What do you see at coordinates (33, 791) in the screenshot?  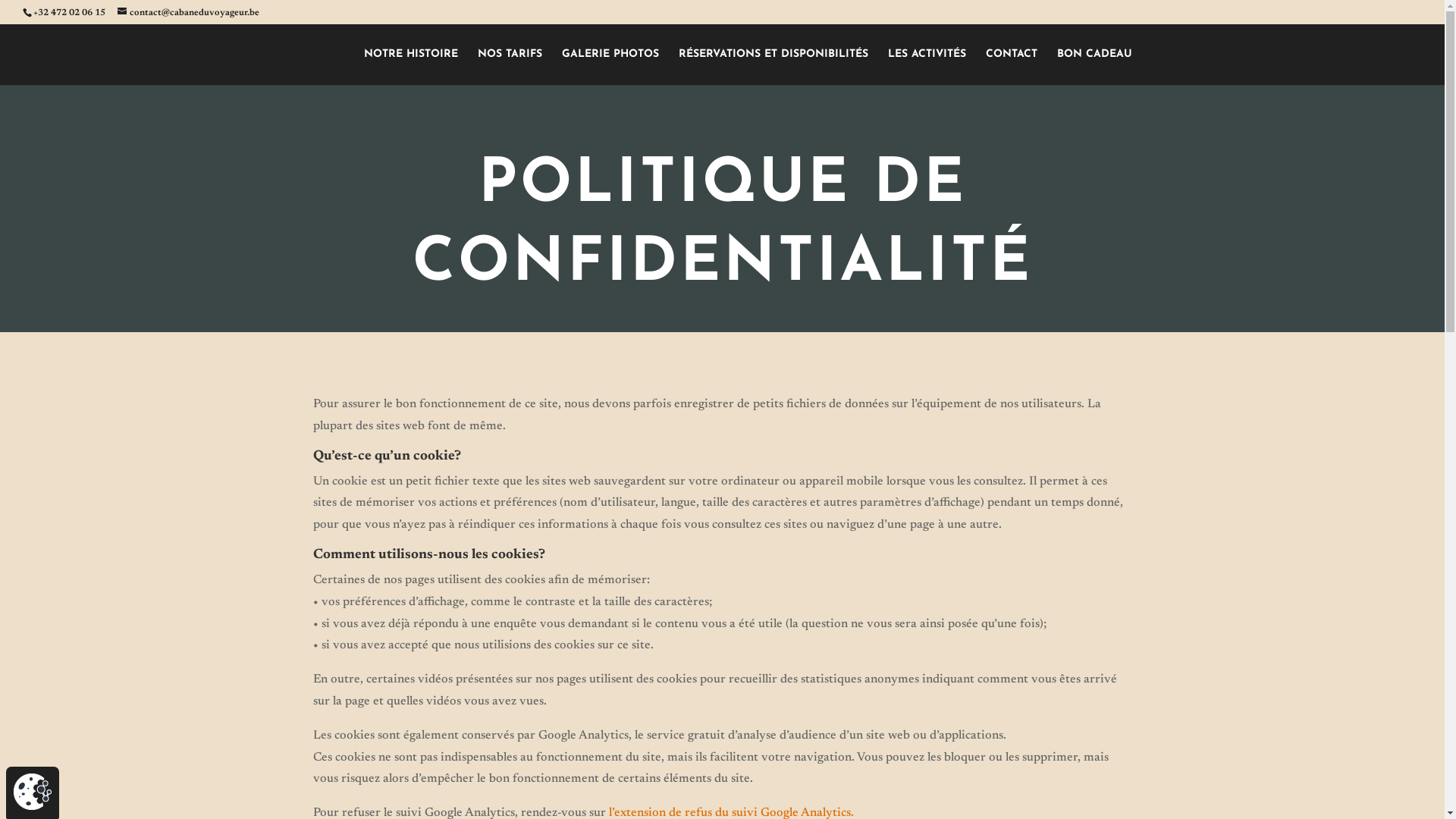 I see `'Cookies (modal window)'` at bounding box center [33, 791].